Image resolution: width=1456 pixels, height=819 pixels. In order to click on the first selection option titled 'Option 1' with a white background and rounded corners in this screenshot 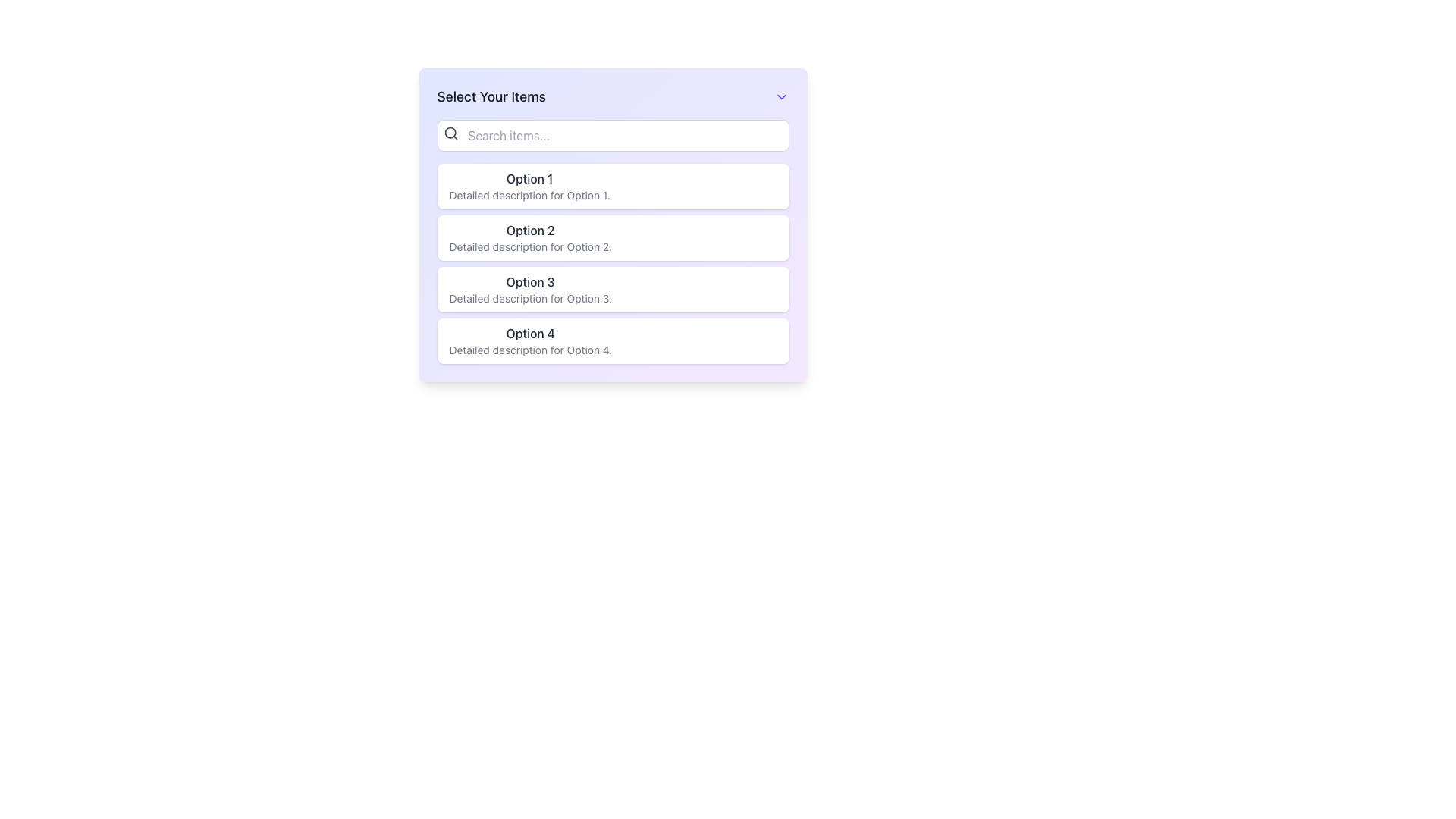, I will do `click(613, 186)`.